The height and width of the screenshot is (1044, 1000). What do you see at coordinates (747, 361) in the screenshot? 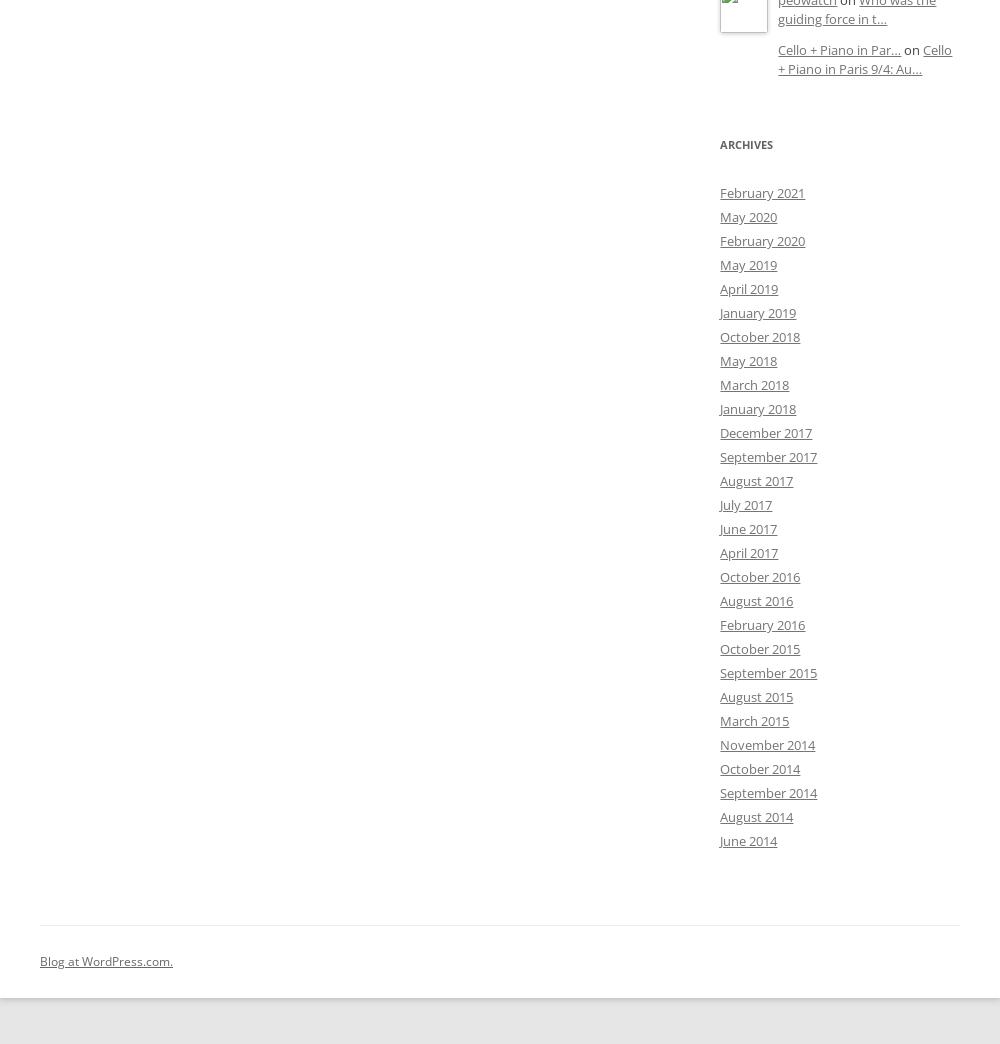
I see `'May 2018'` at bounding box center [747, 361].